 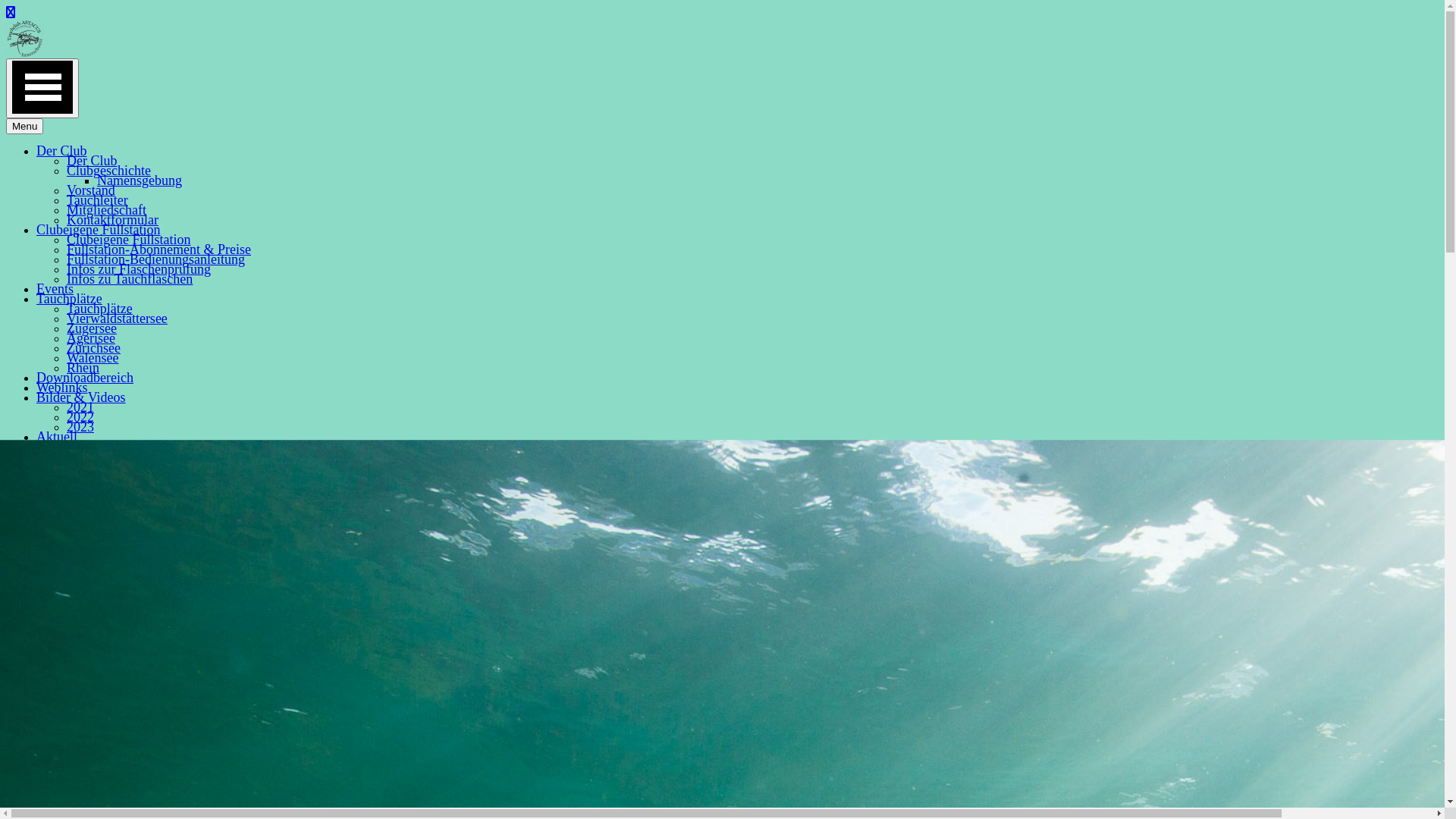 What do you see at coordinates (92, 357) in the screenshot?
I see `'Walensee'` at bounding box center [92, 357].